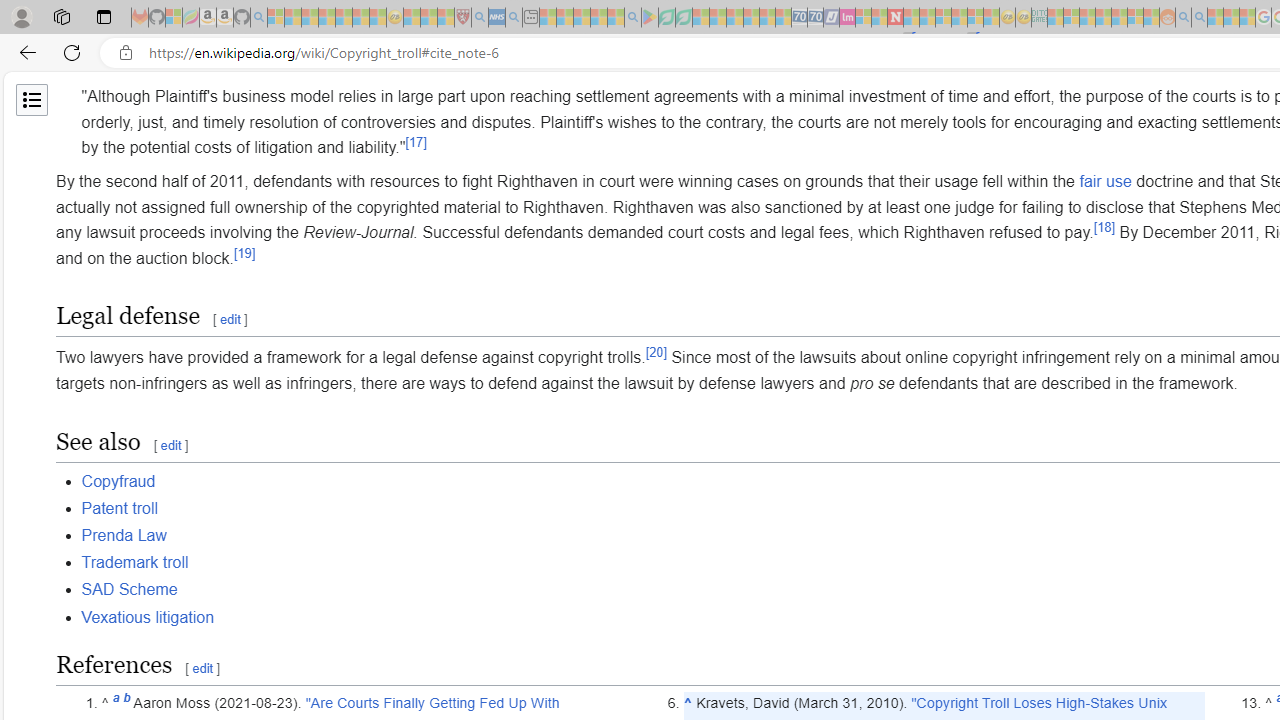 The height and width of the screenshot is (720, 1280). What do you see at coordinates (910, 17) in the screenshot?
I see `'Trusted Community Engagement and Contributions | Guidelines'` at bounding box center [910, 17].